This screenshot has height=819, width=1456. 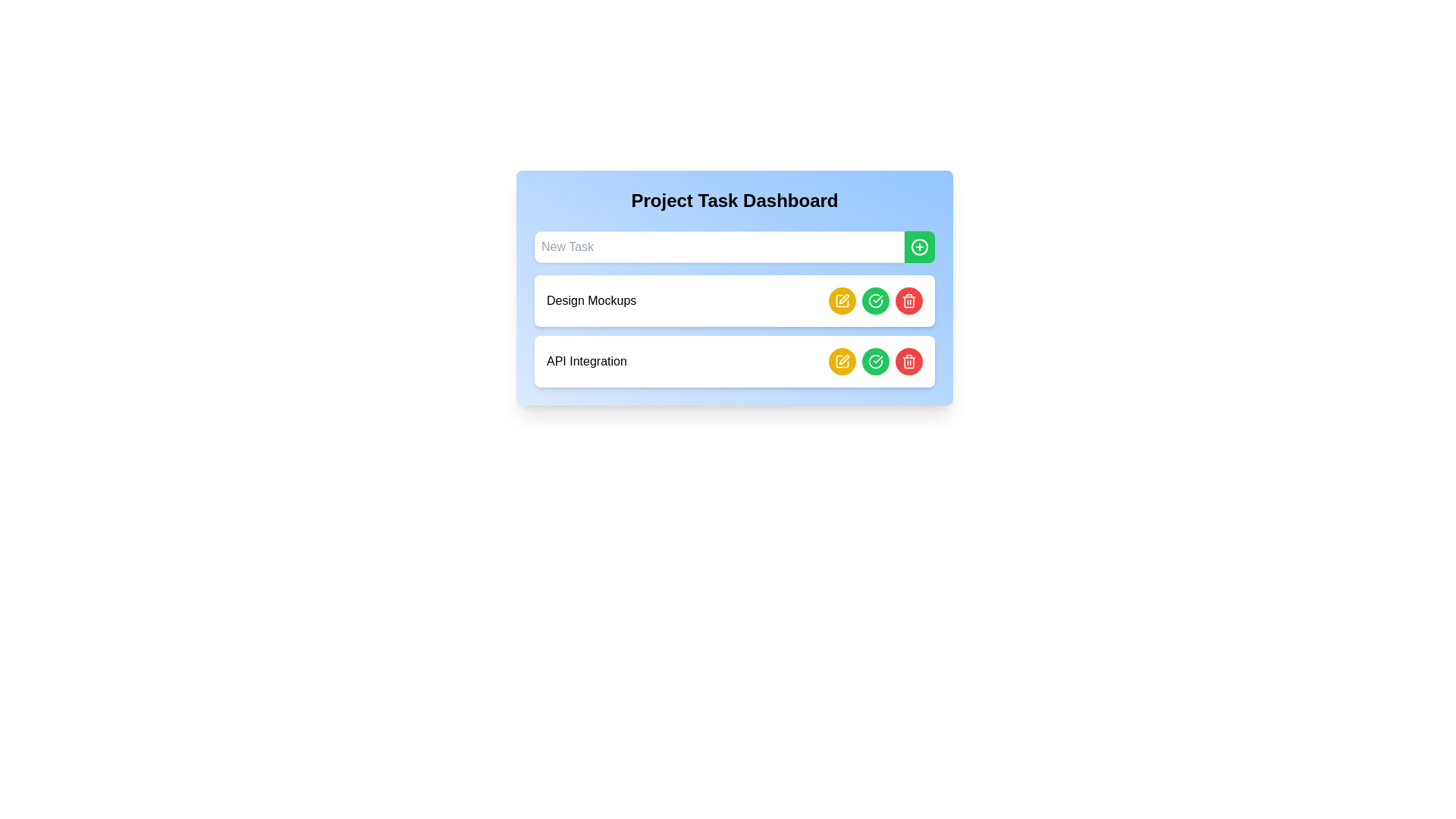 What do you see at coordinates (876, 362) in the screenshot?
I see `the circular green icon with a checkmark, which is located to the far right in the 'API Integration' row` at bounding box center [876, 362].